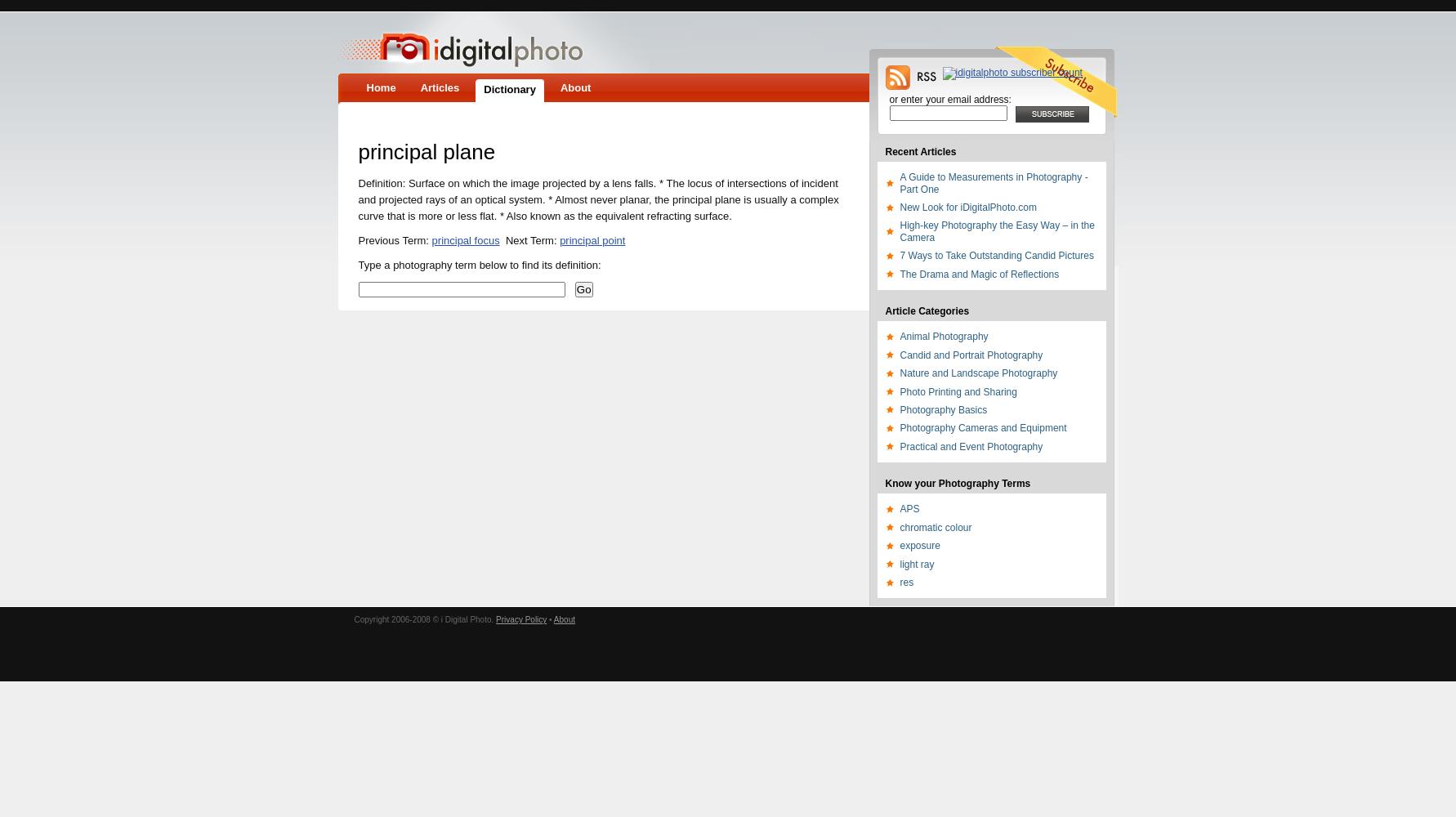 This screenshot has width=1456, height=817. Describe the element at coordinates (993, 182) in the screenshot. I see `'A Guide to Measurements in Photography - Part One'` at that location.